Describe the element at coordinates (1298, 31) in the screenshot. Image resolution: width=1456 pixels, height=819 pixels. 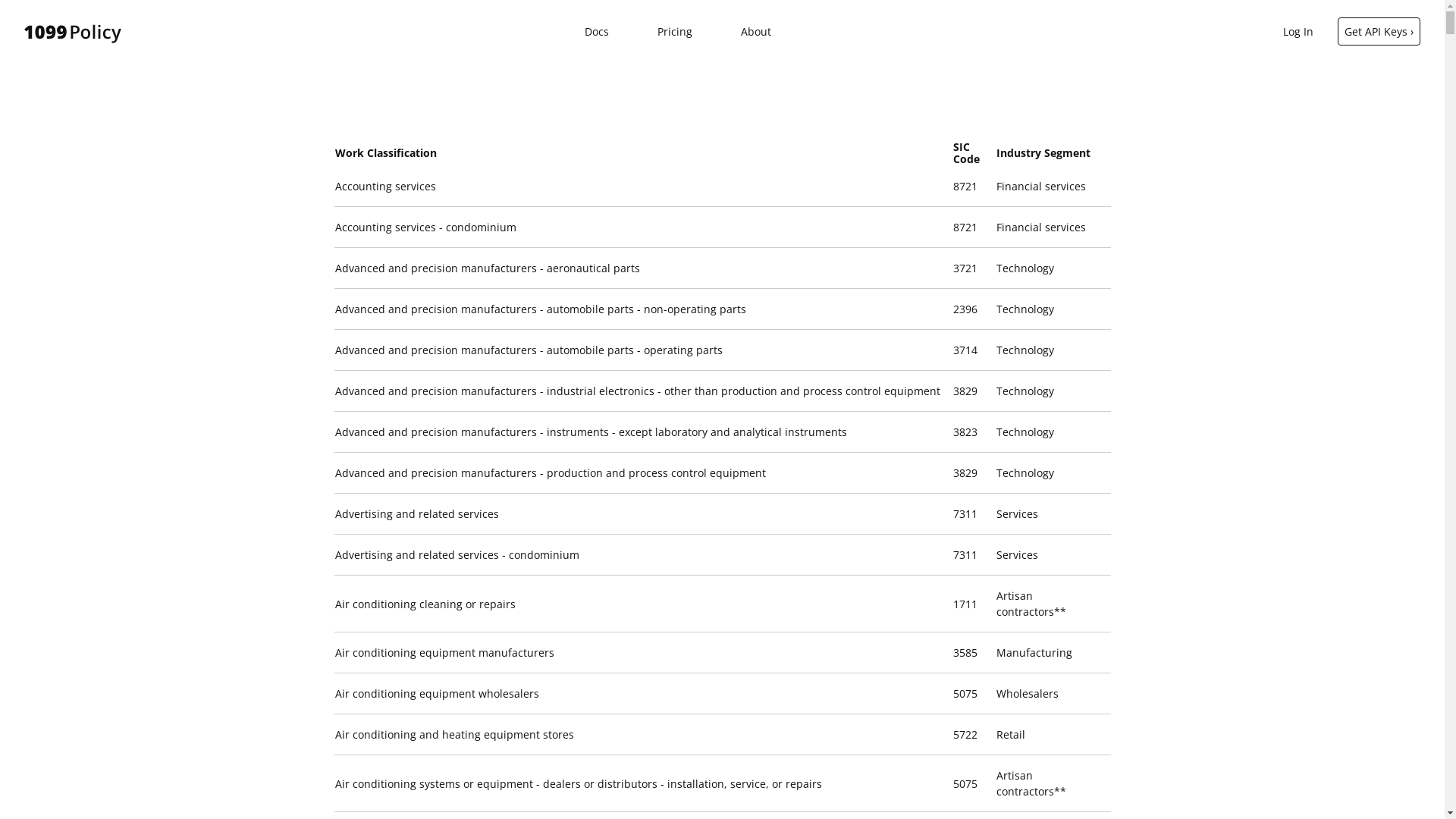
I see `'Log In'` at that location.